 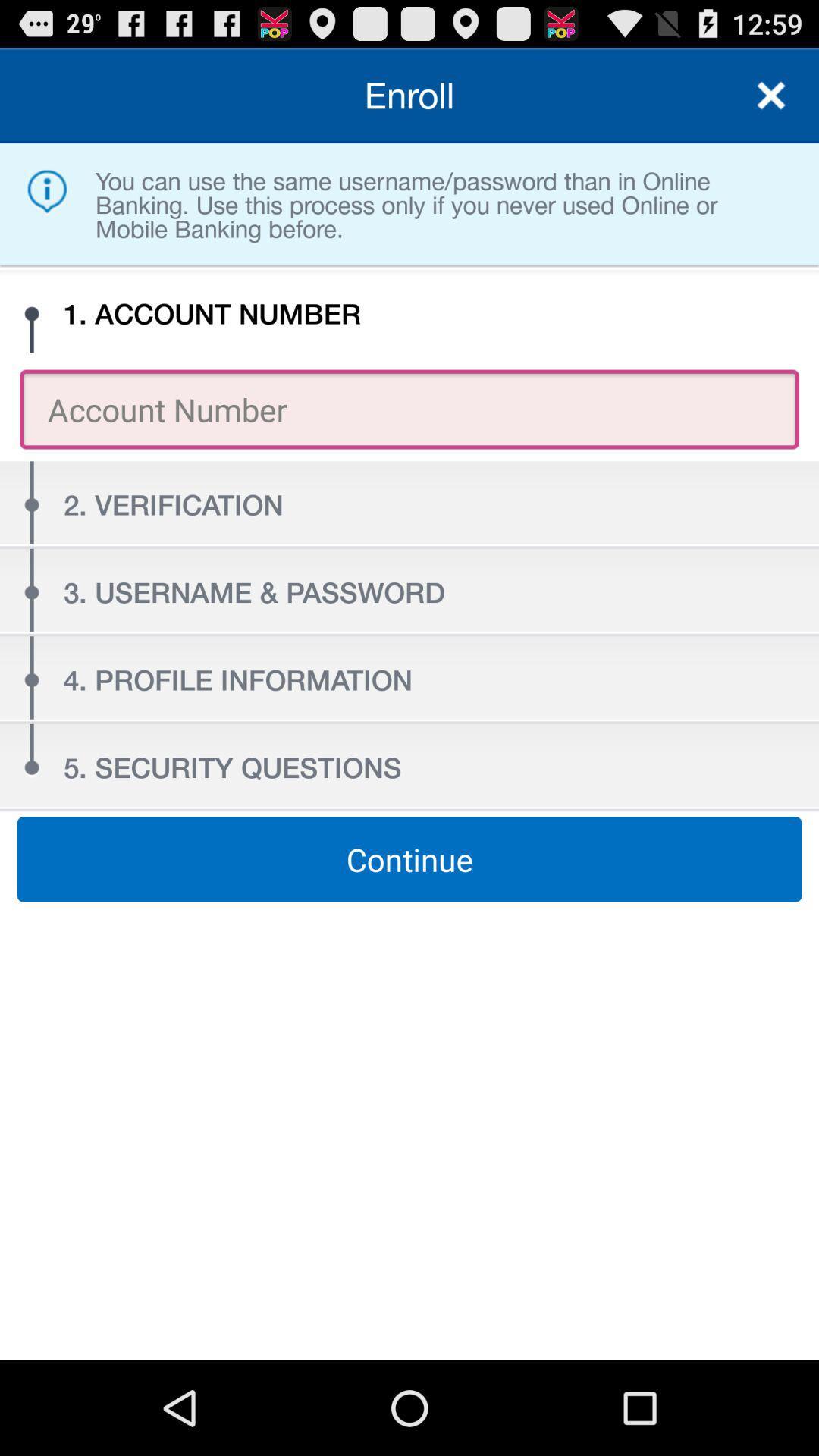 What do you see at coordinates (771, 94) in the screenshot?
I see `the icon at the top right corner` at bounding box center [771, 94].